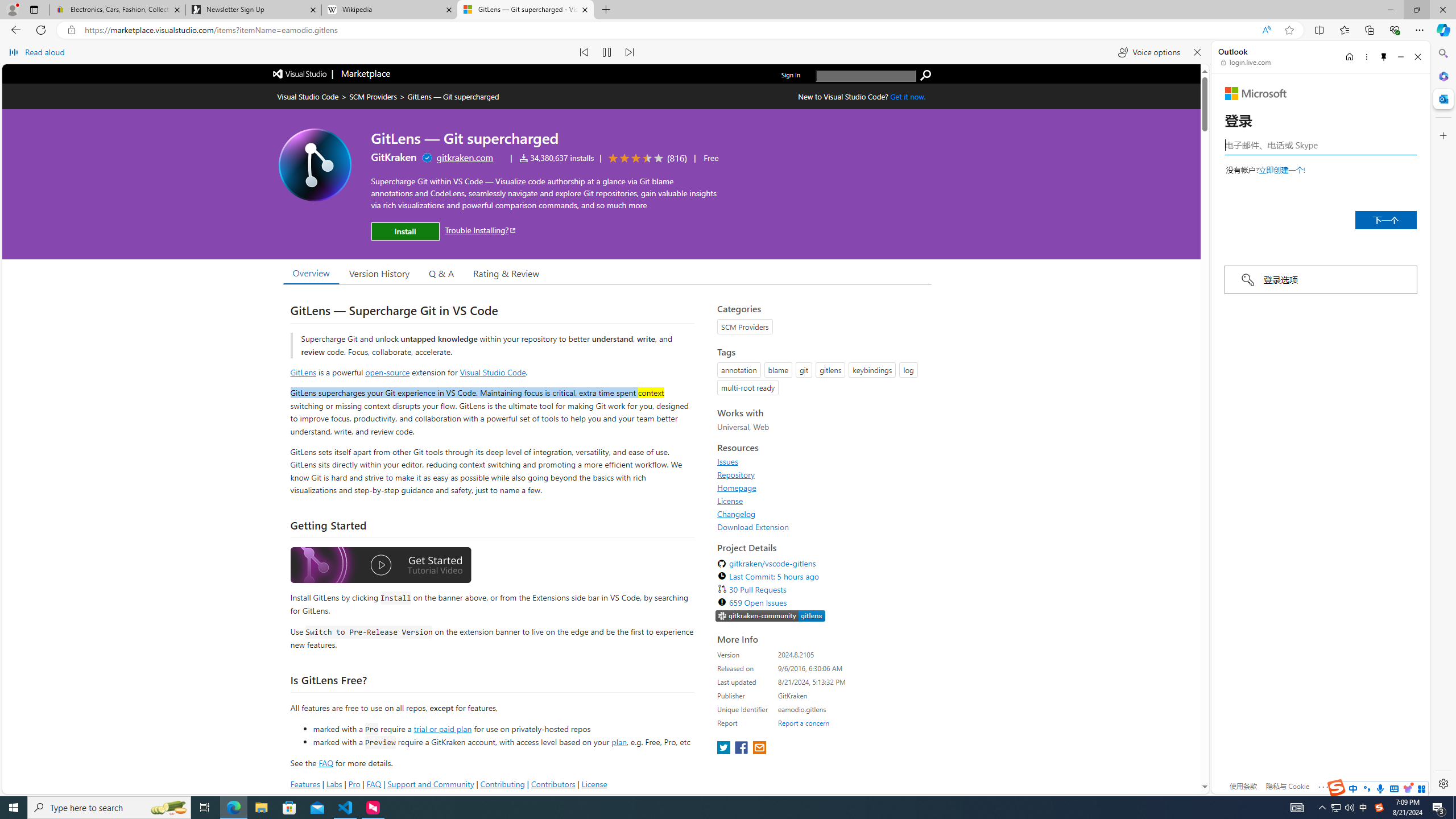 The height and width of the screenshot is (819, 1456). I want to click on 'Visual Studio logo', so click(300, 72).